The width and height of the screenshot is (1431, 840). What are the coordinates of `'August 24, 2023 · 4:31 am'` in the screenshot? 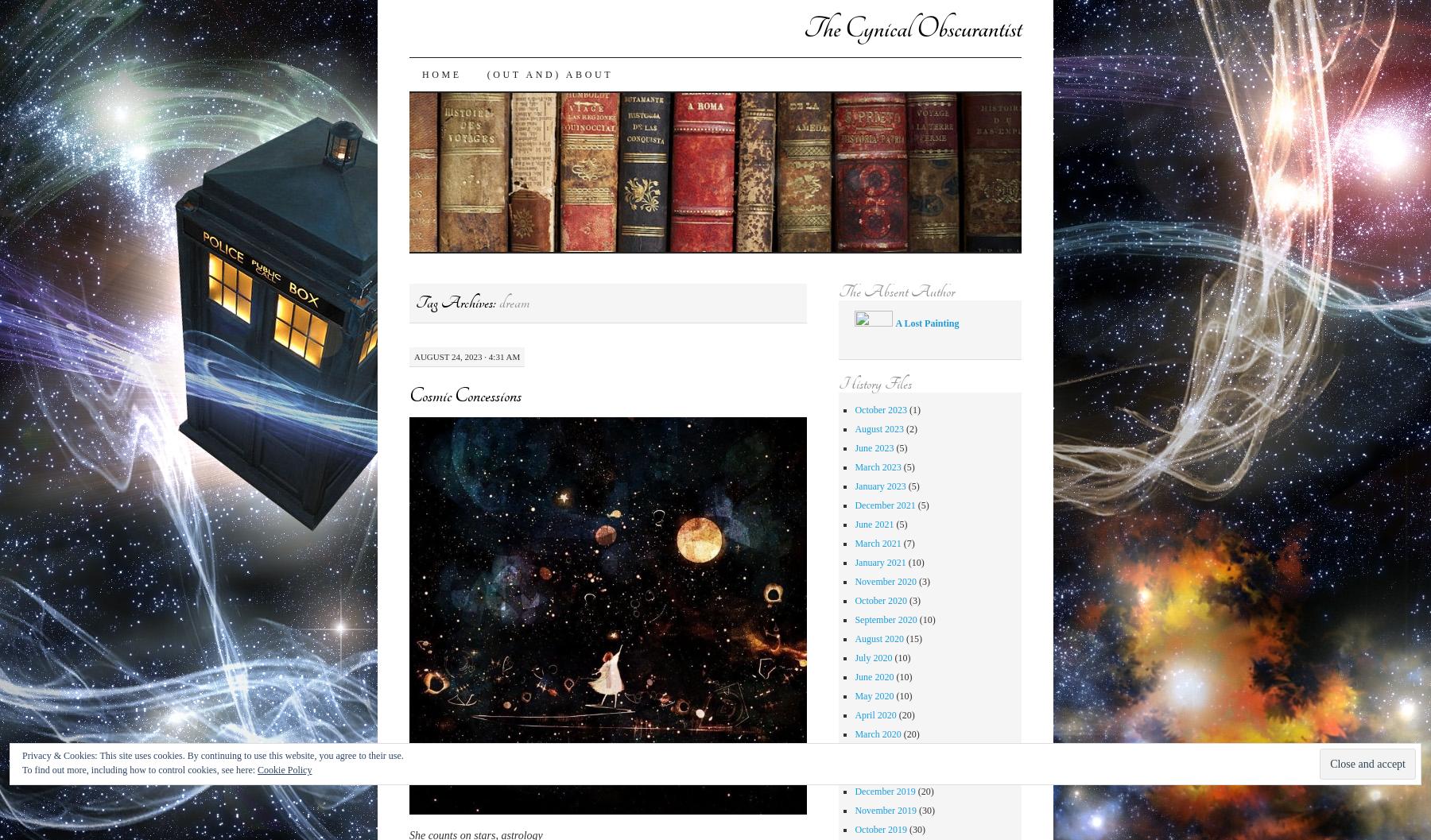 It's located at (466, 354).